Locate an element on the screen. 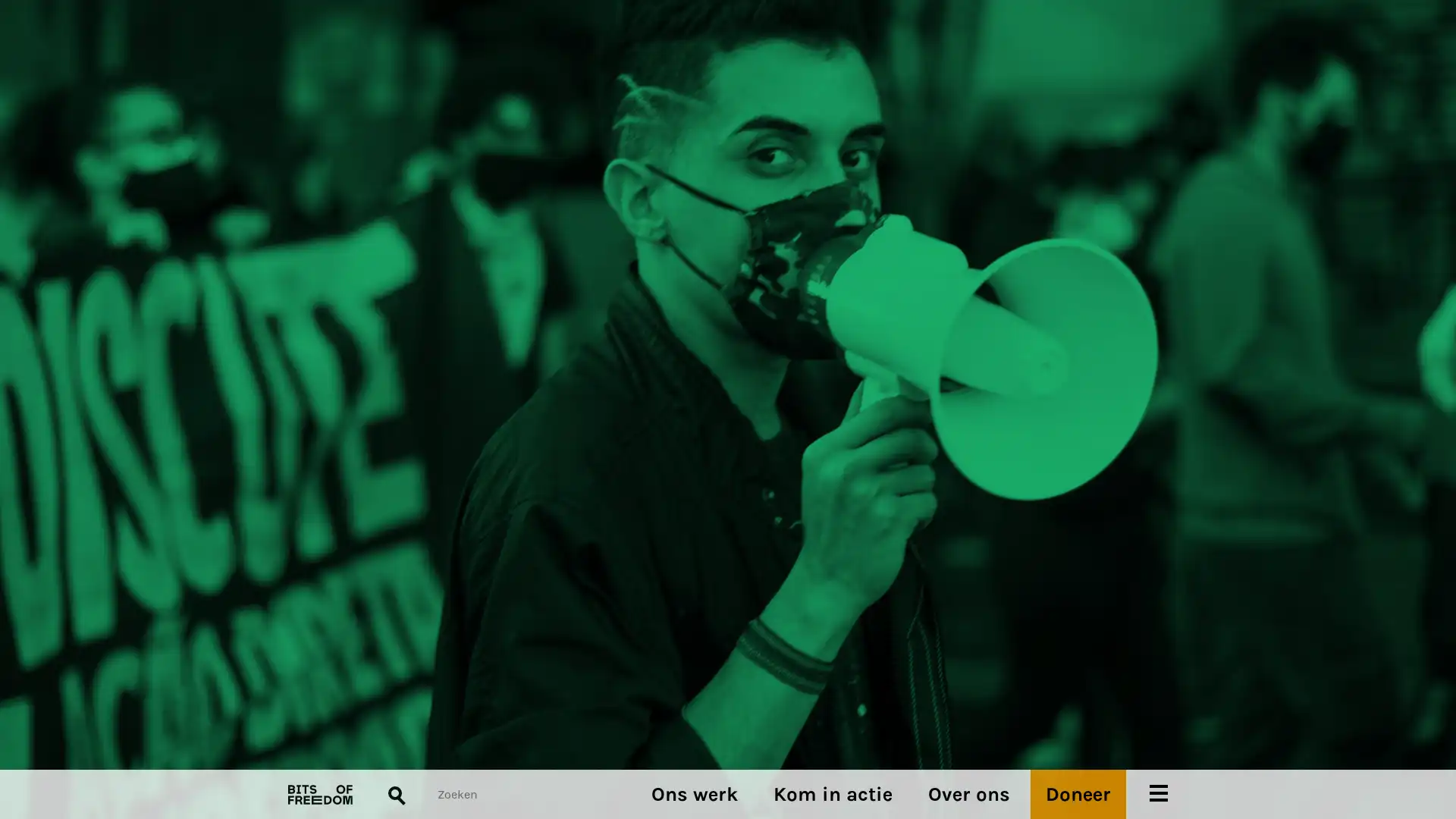 This screenshot has height=819, width=1456. > is located at coordinates (757, 467).